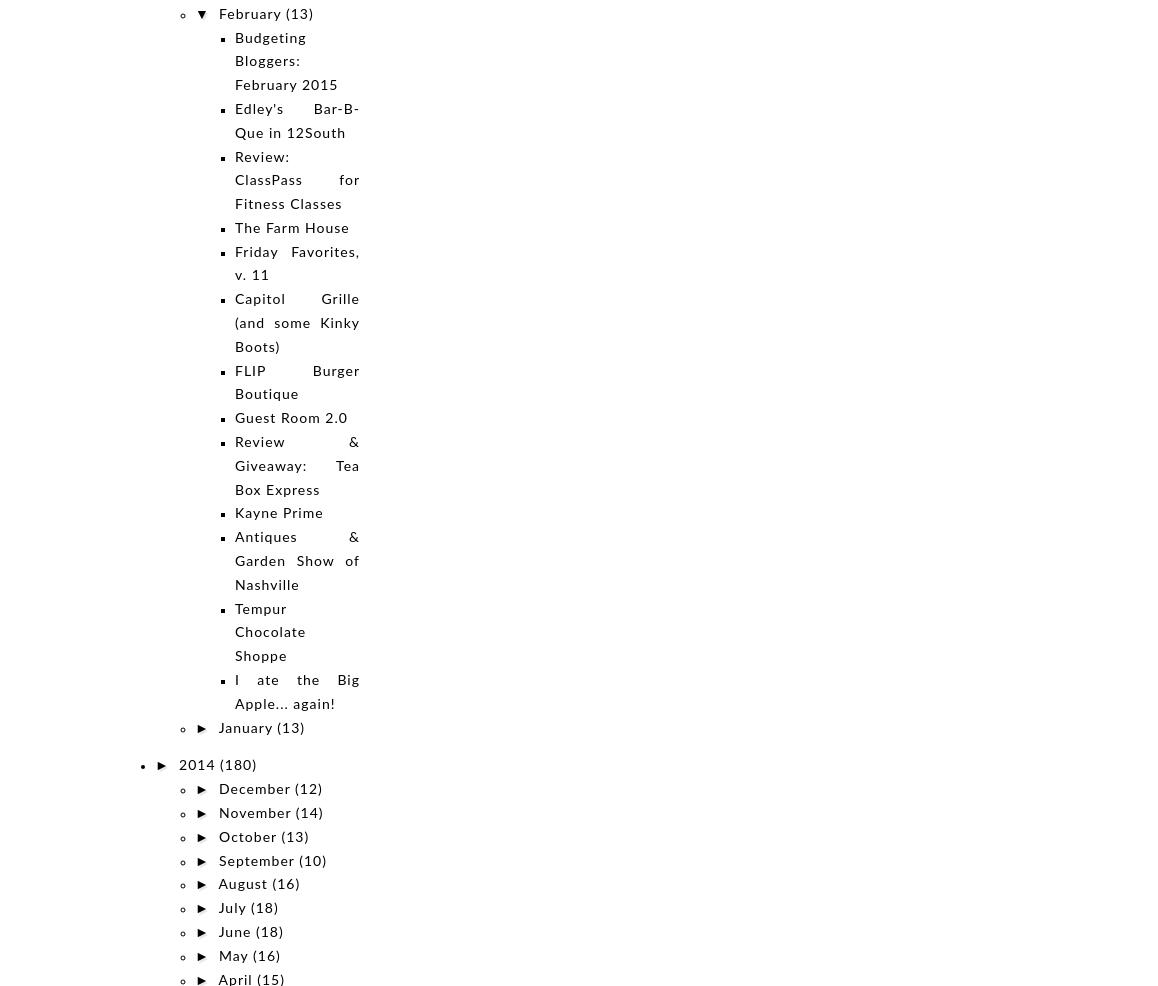 The image size is (1158, 986). What do you see at coordinates (218, 789) in the screenshot?
I see `'December'` at bounding box center [218, 789].